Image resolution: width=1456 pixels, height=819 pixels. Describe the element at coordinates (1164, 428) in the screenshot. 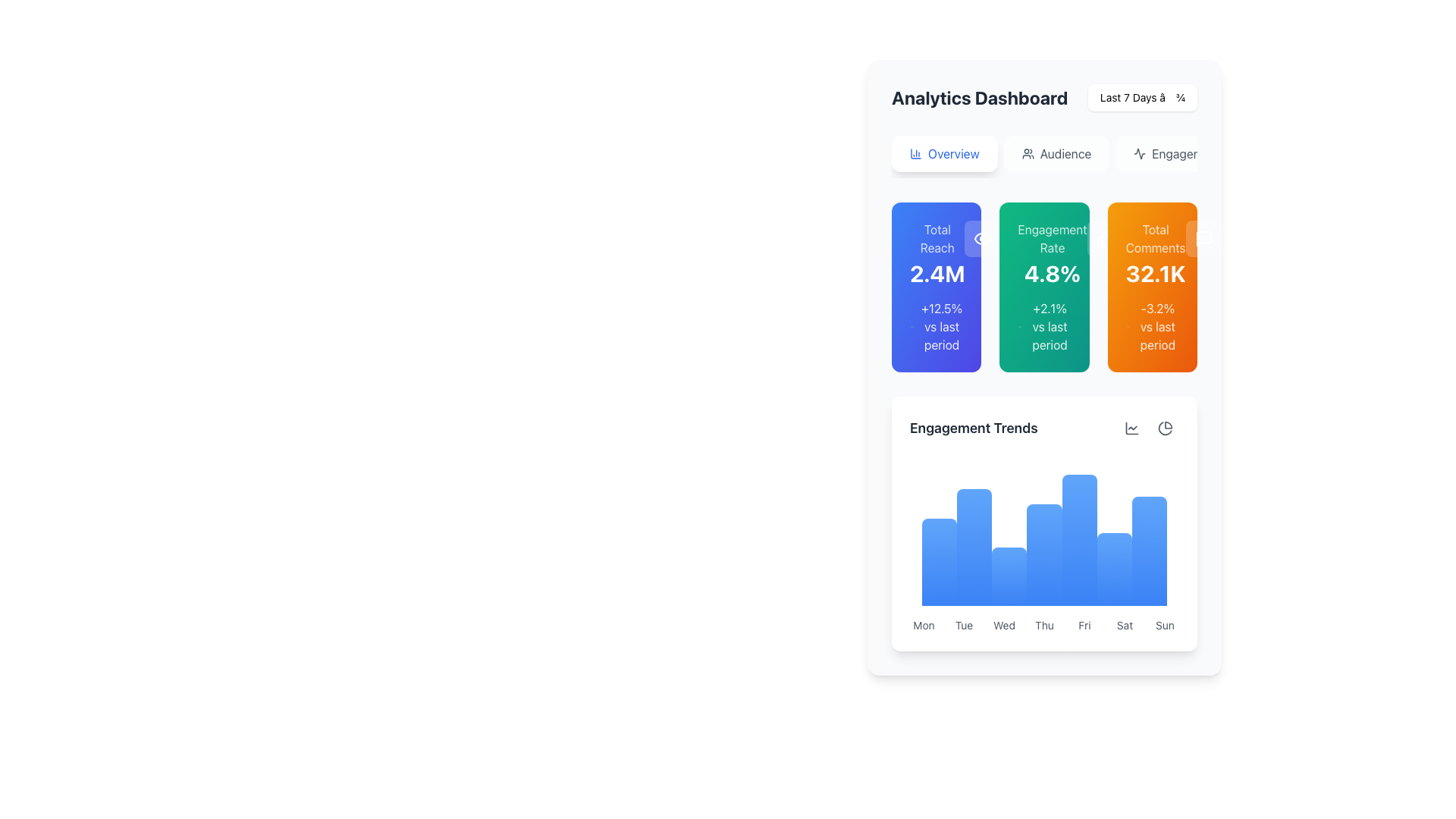

I see `the Interactive icon (button) depicting a pie chart in the top-right corner of the 'Engagement Trends' section` at that location.